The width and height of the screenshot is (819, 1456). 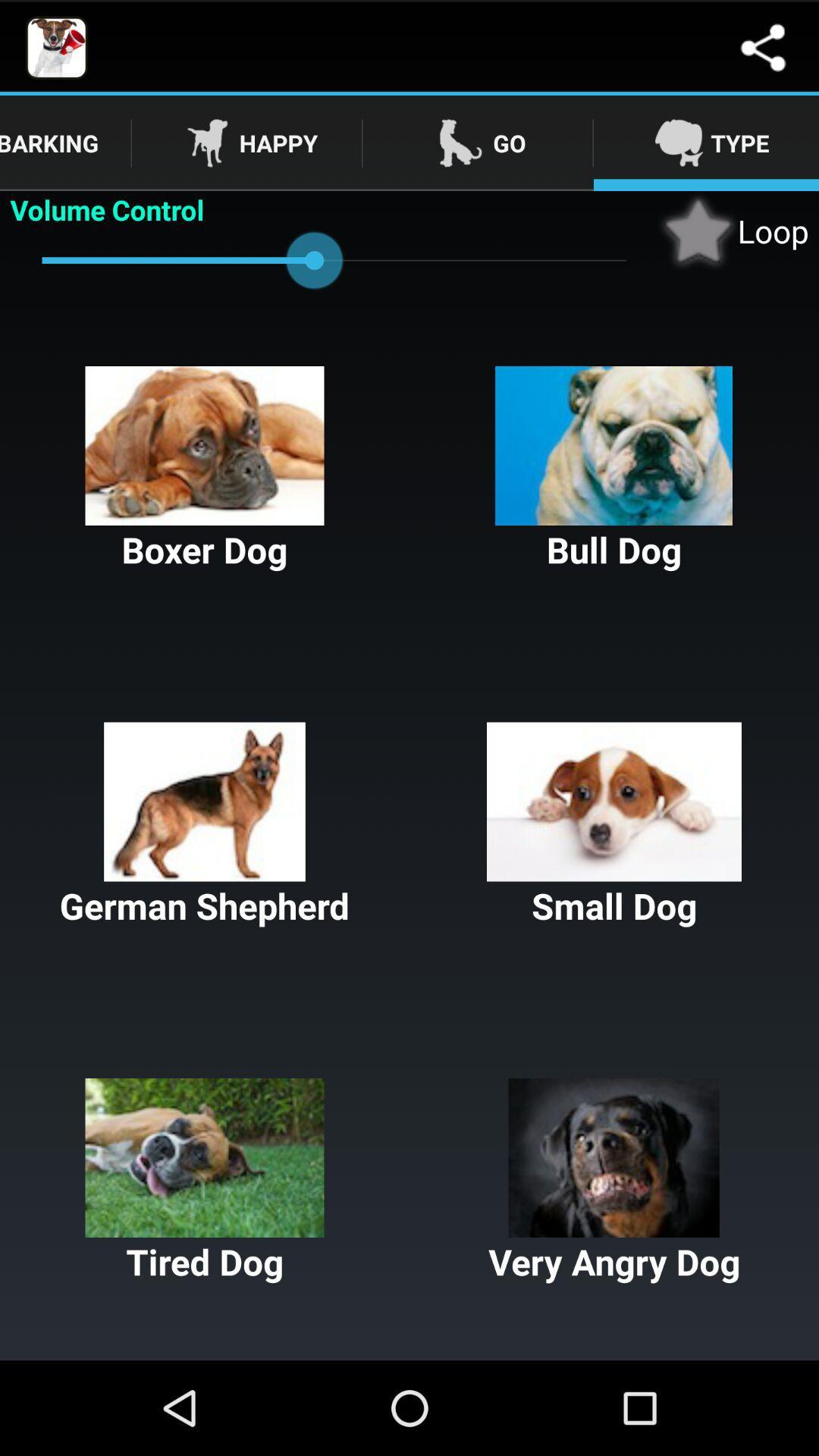 I want to click on the loop item, so click(x=733, y=230).